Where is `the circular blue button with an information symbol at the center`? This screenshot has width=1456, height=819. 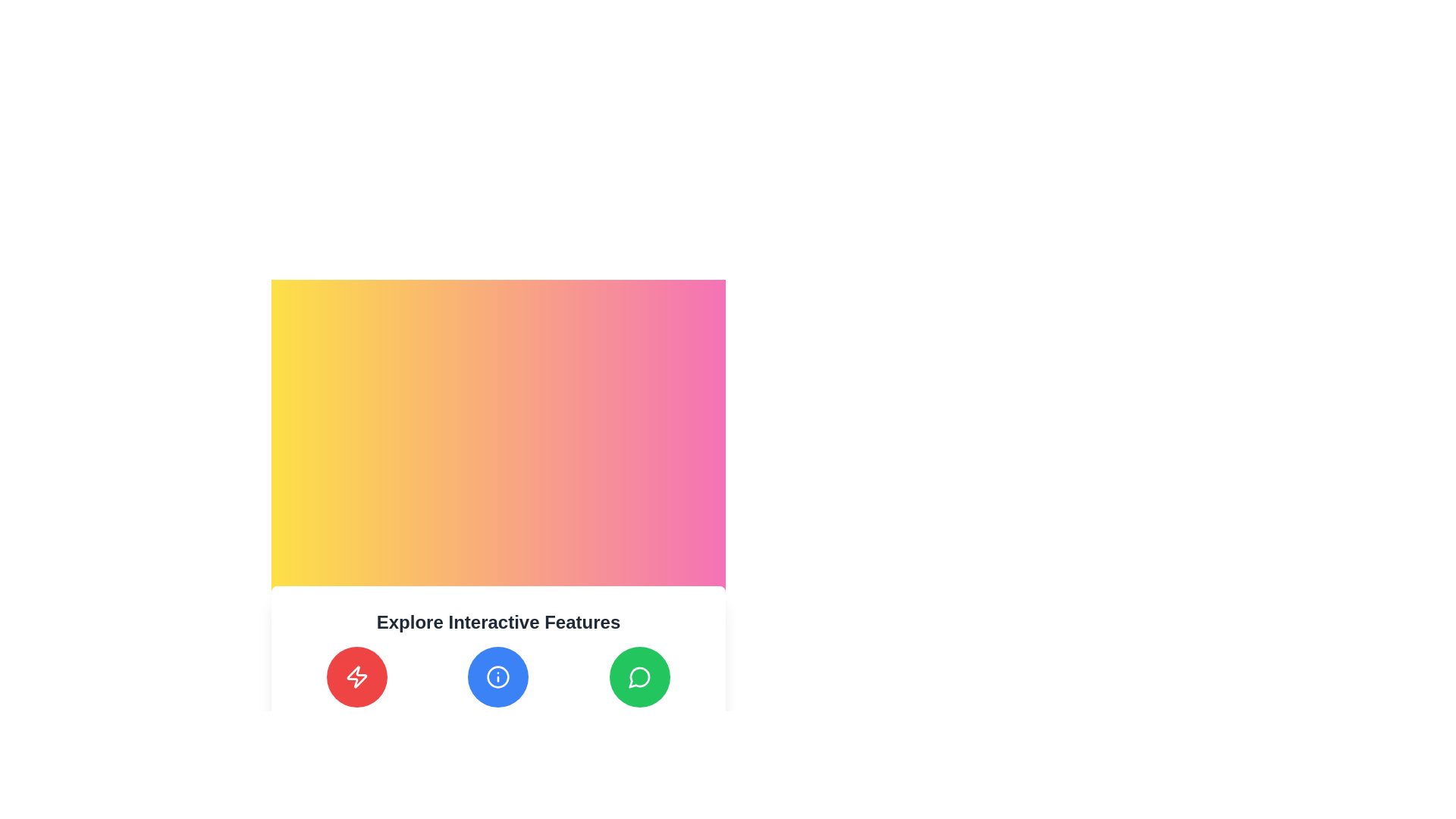
the circular blue button with an information symbol at the center is located at coordinates (498, 676).